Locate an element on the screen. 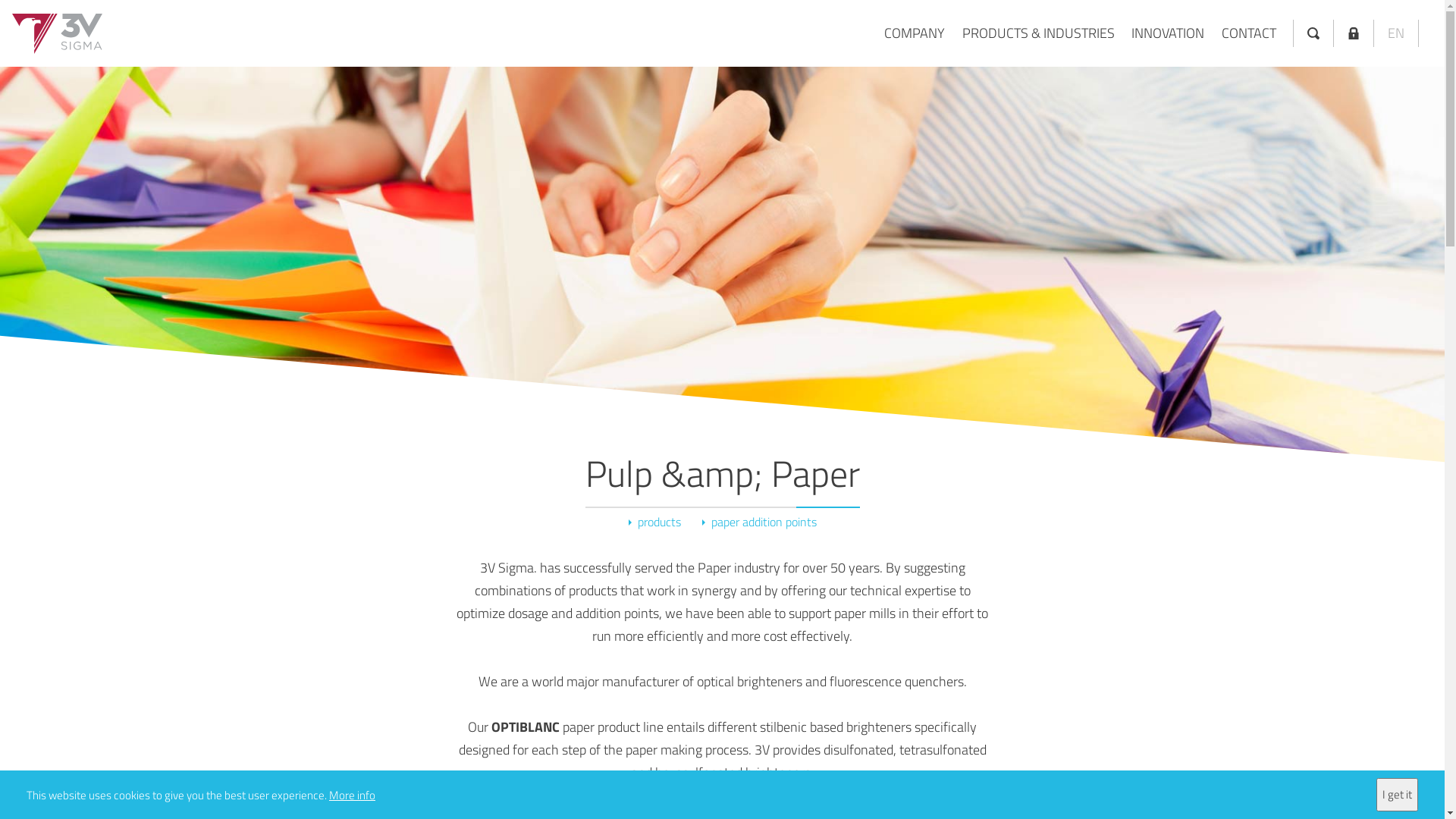 The image size is (1456, 819). 'I get it' is located at coordinates (1396, 794).